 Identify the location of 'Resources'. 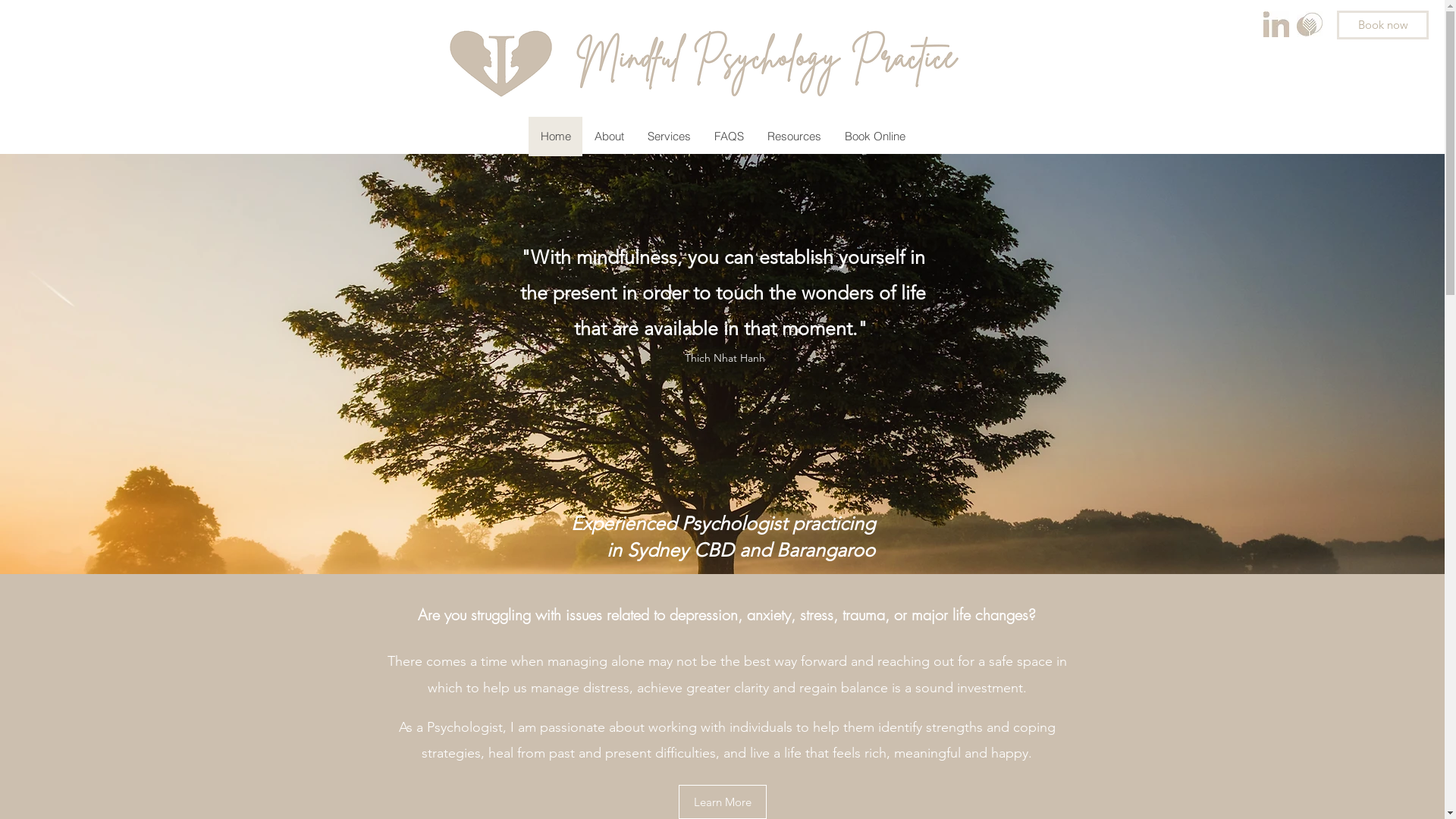
(792, 136).